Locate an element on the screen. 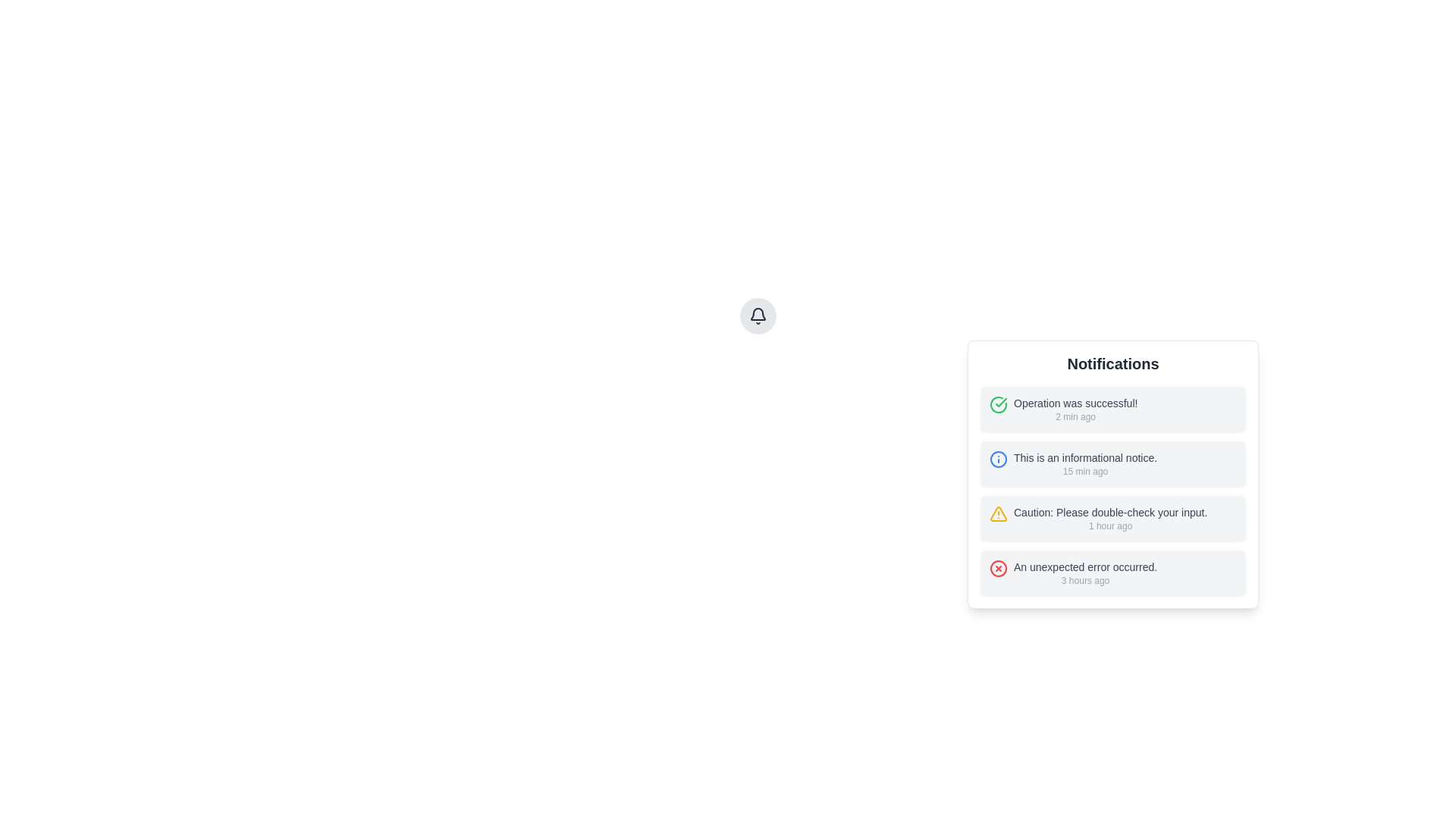 Image resolution: width=1456 pixels, height=819 pixels. the error notification icon located to the left of the text 'An unexpected error occurred' in the notification area with a light gray background is located at coordinates (998, 568).